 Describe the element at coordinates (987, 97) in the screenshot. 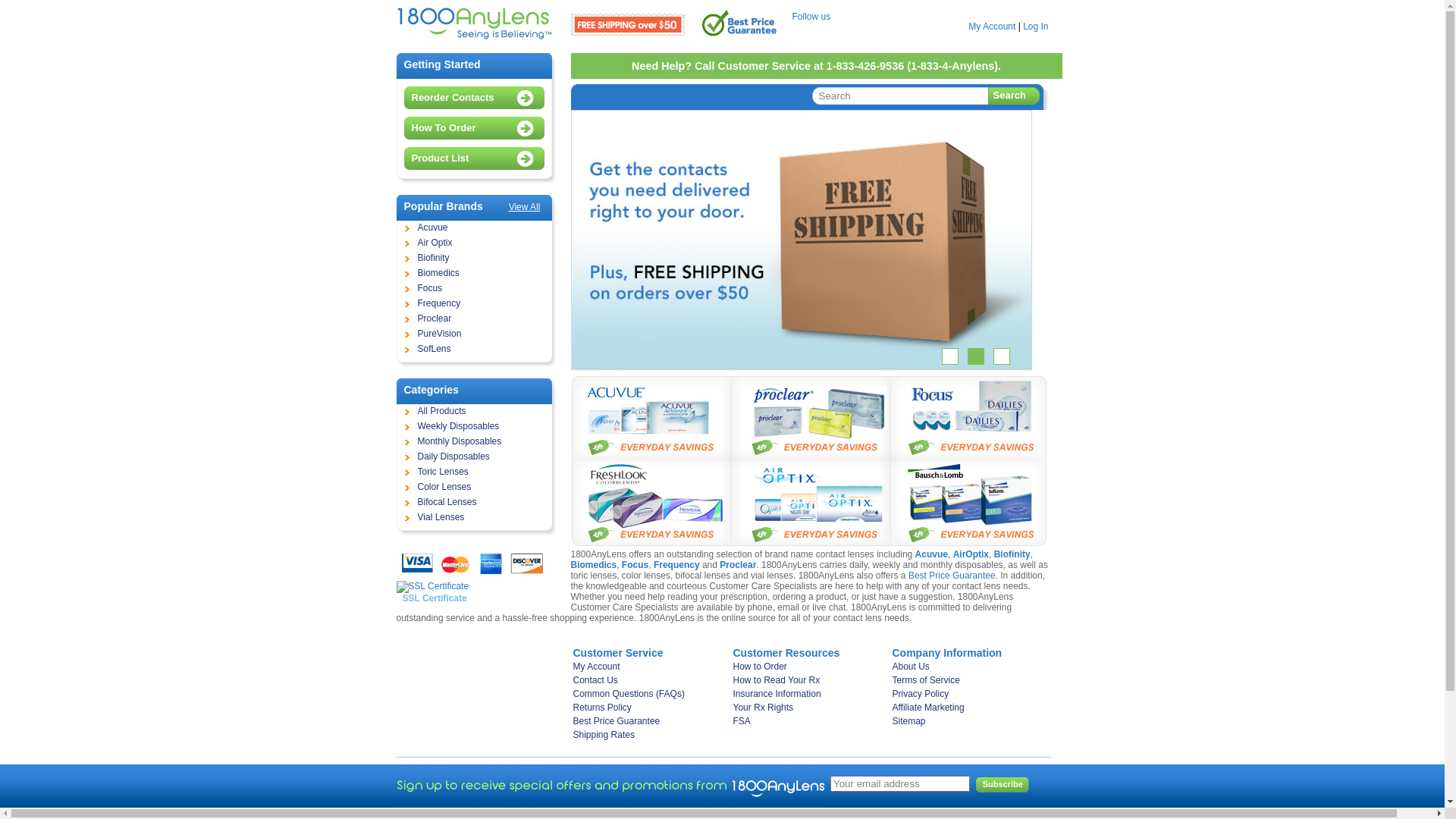

I see `'Search'` at that location.